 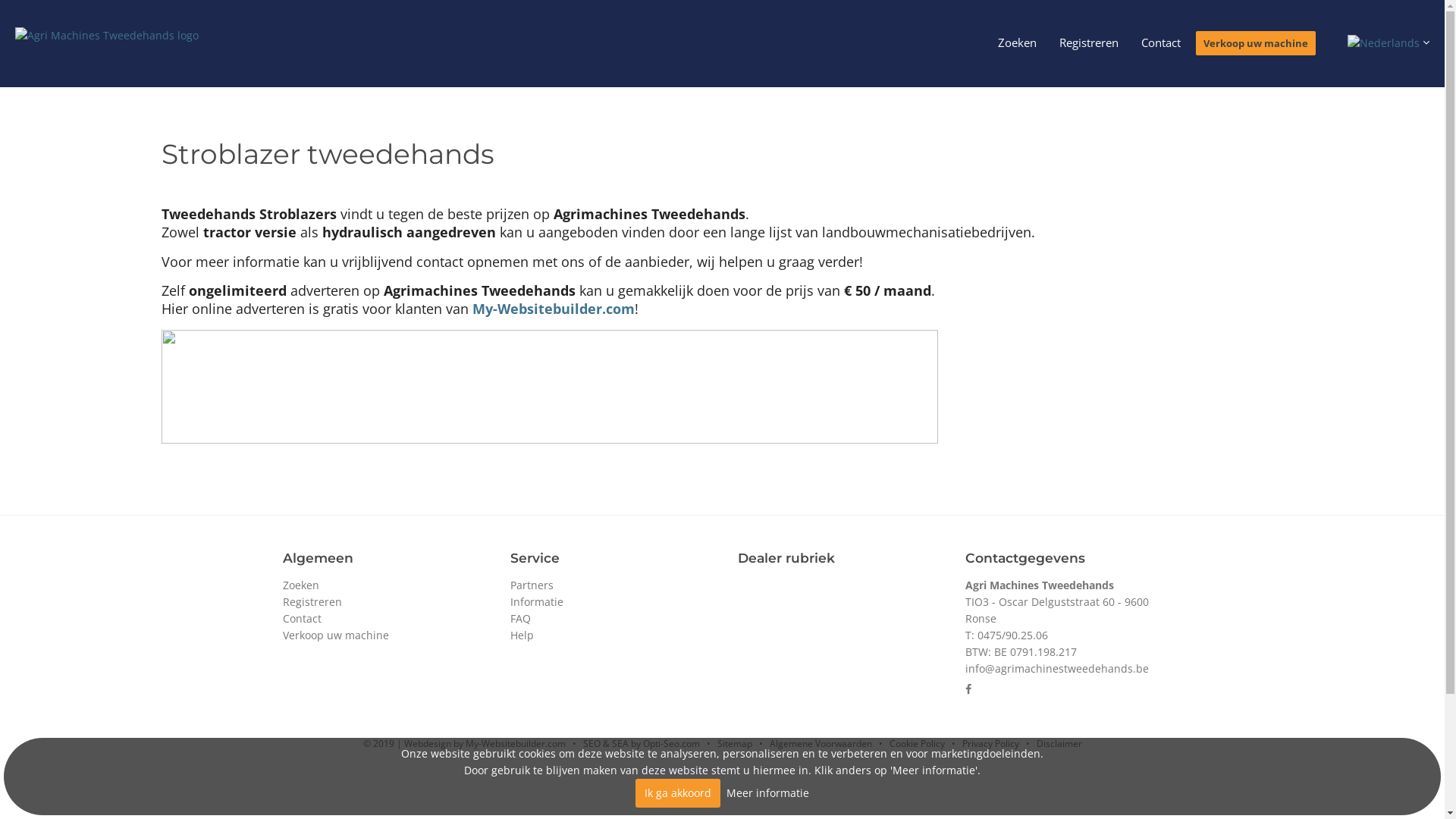 I want to click on '0475/90.25.06', so click(x=1012, y=635).